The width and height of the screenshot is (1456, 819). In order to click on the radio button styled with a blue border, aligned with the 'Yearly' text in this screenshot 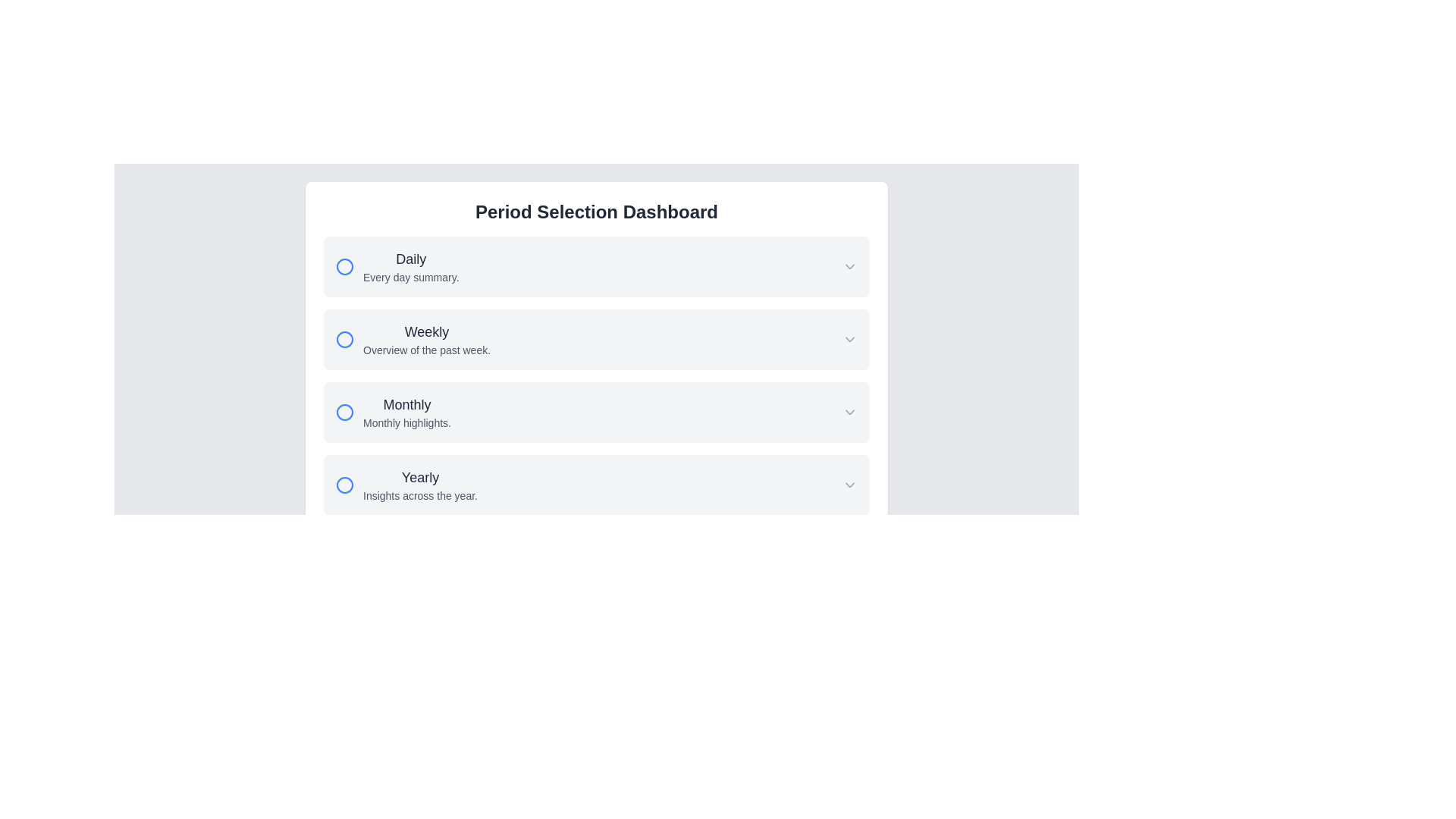, I will do `click(344, 485)`.